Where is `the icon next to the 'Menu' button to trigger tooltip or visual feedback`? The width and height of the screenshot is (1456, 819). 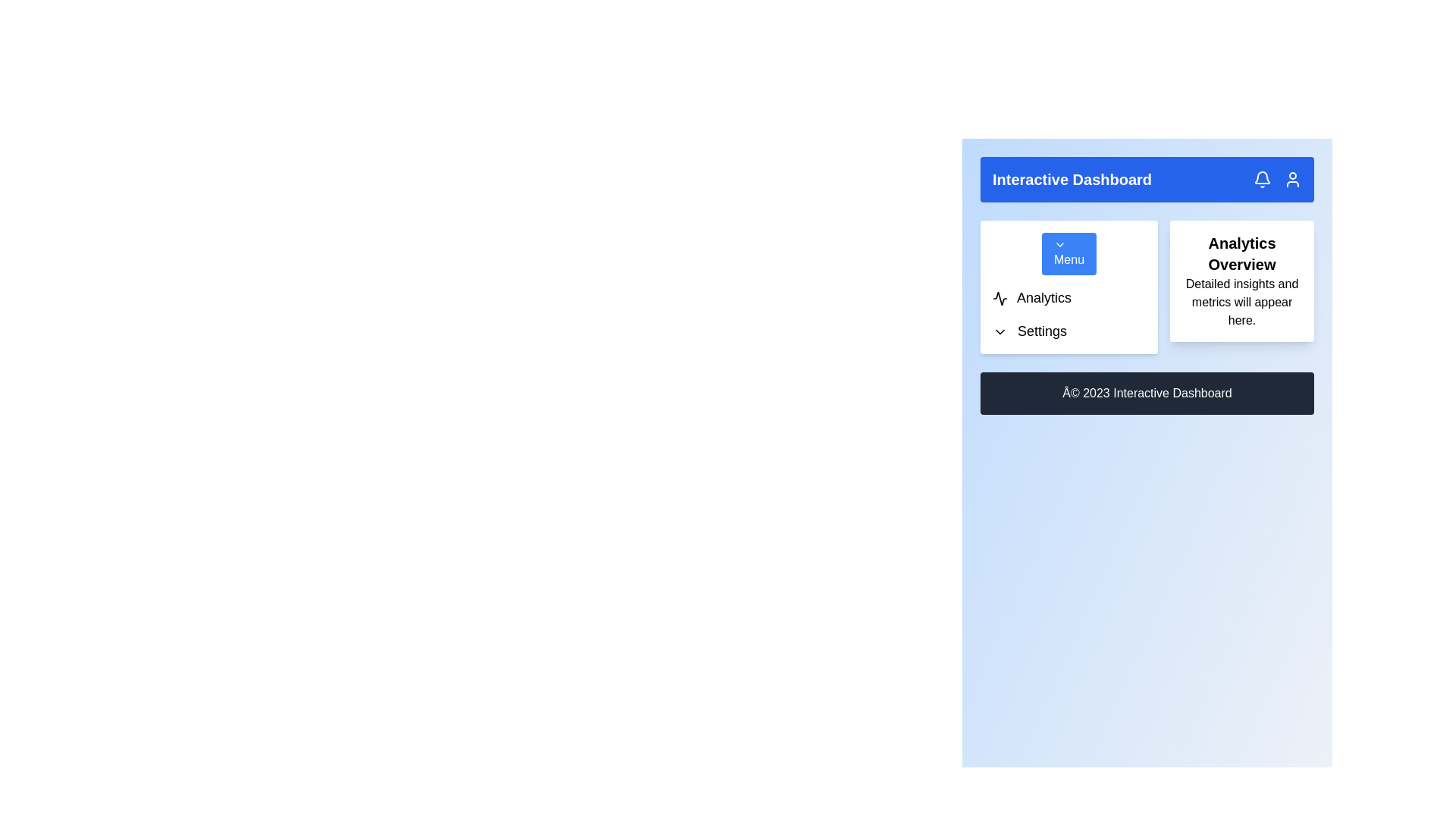 the icon next to the 'Menu' button to trigger tooltip or visual feedback is located at coordinates (1059, 244).